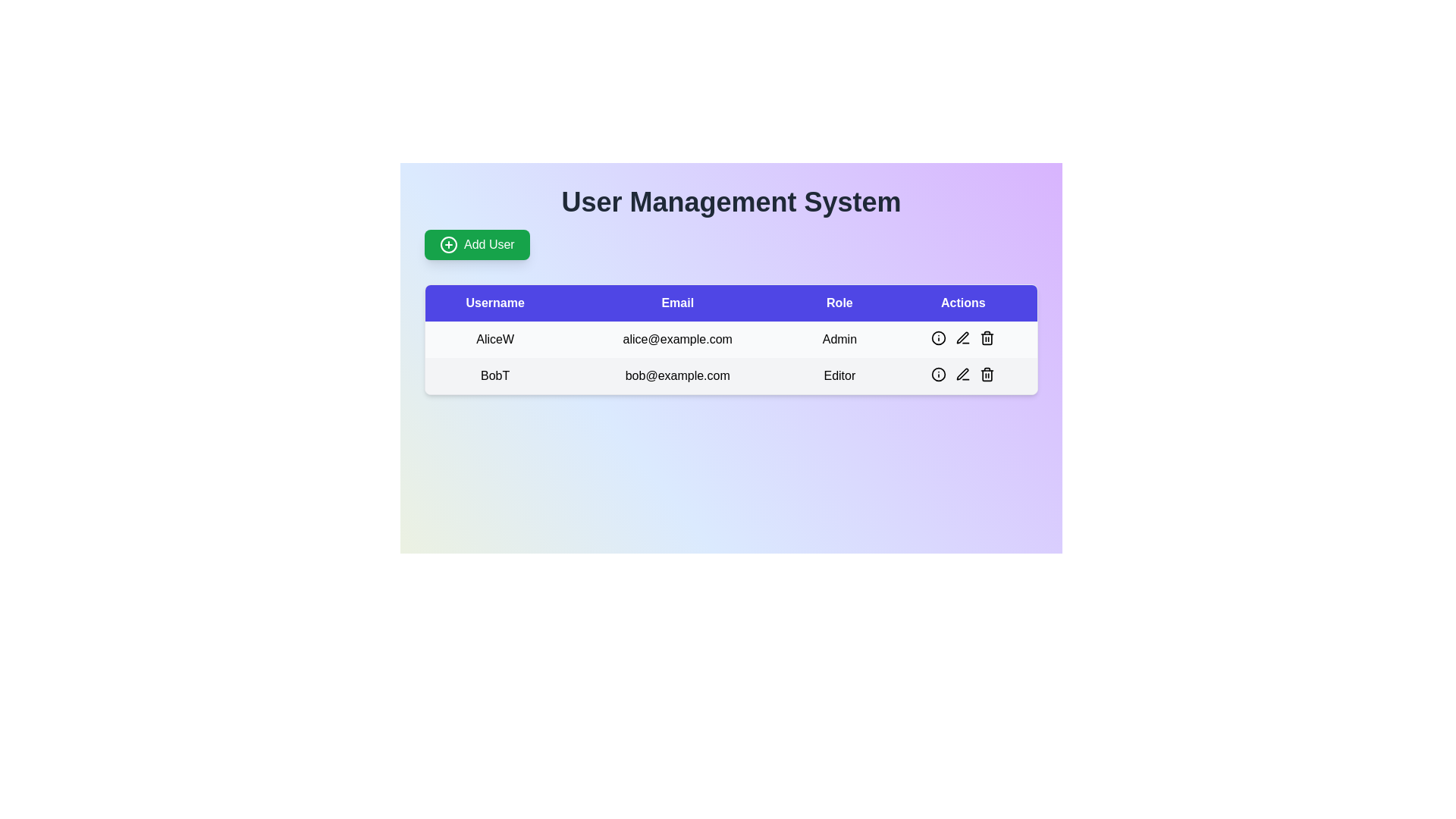 This screenshot has height=819, width=1456. What do you see at coordinates (987, 337) in the screenshot?
I see `the trash icon button associated with user 'AliceW' in the 'User Management System'` at bounding box center [987, 337].